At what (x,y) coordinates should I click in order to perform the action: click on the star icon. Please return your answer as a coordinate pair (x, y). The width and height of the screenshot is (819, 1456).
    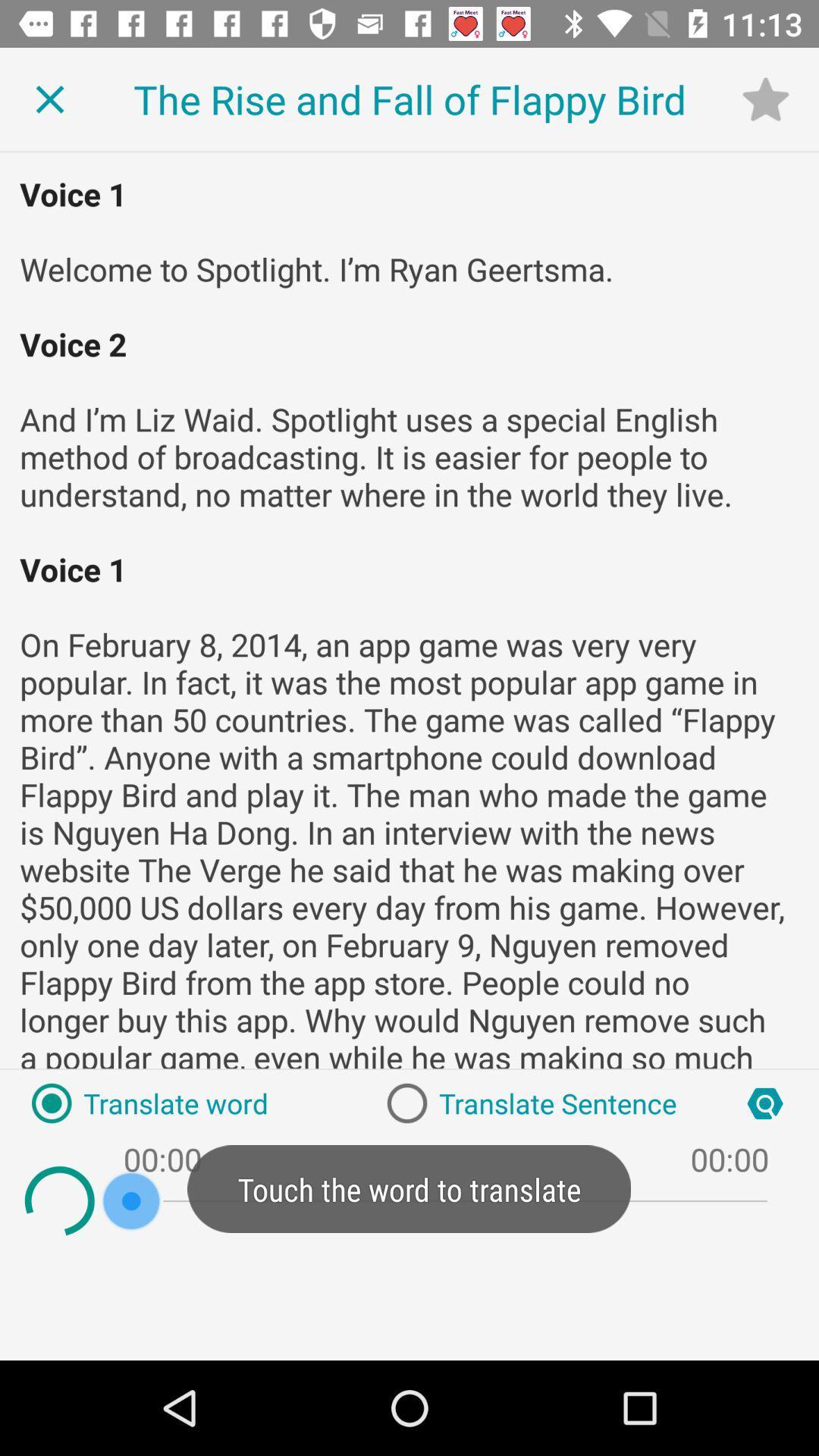
    Looking at the image, I should click on (765, 98).